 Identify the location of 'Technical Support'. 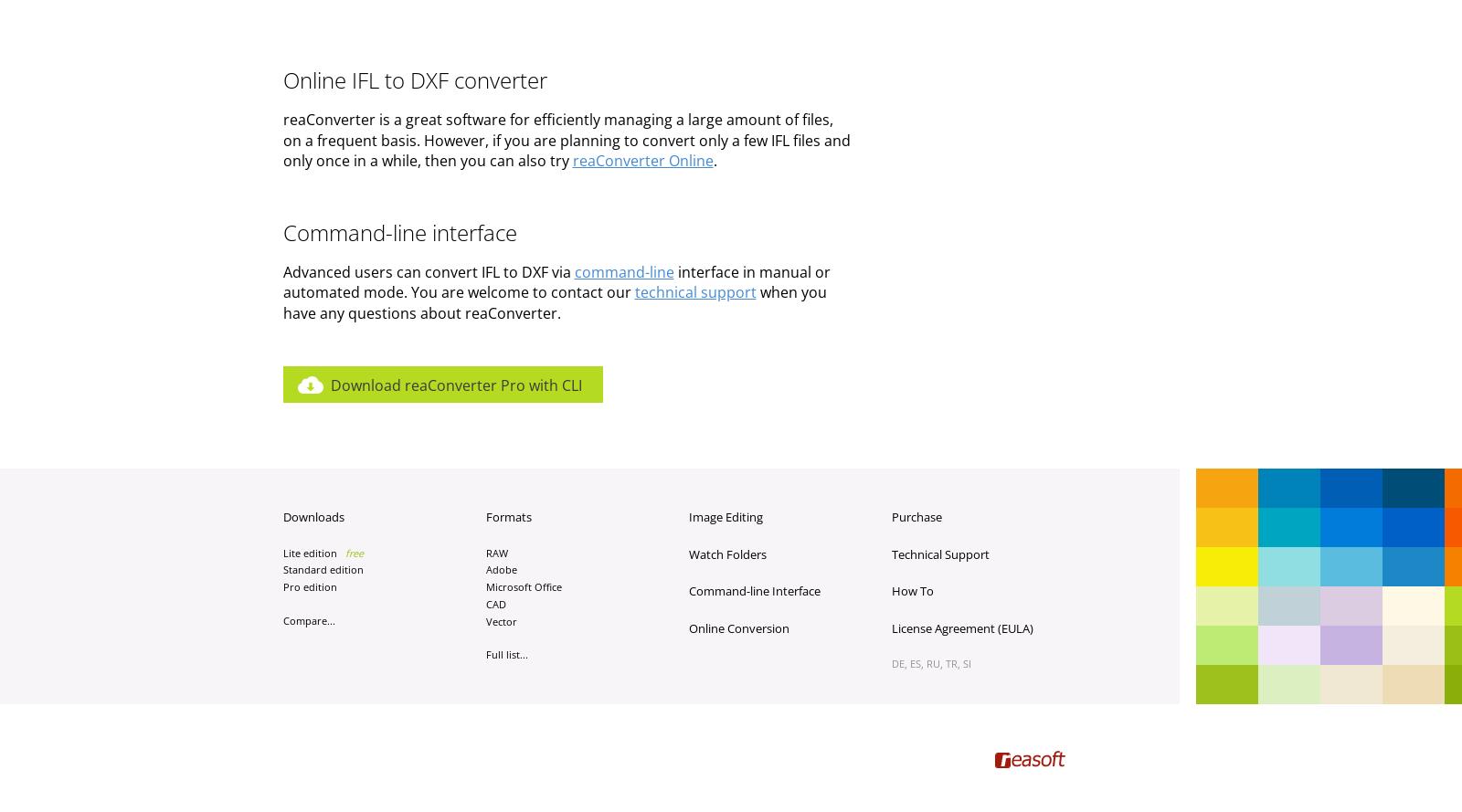
(939, 553).